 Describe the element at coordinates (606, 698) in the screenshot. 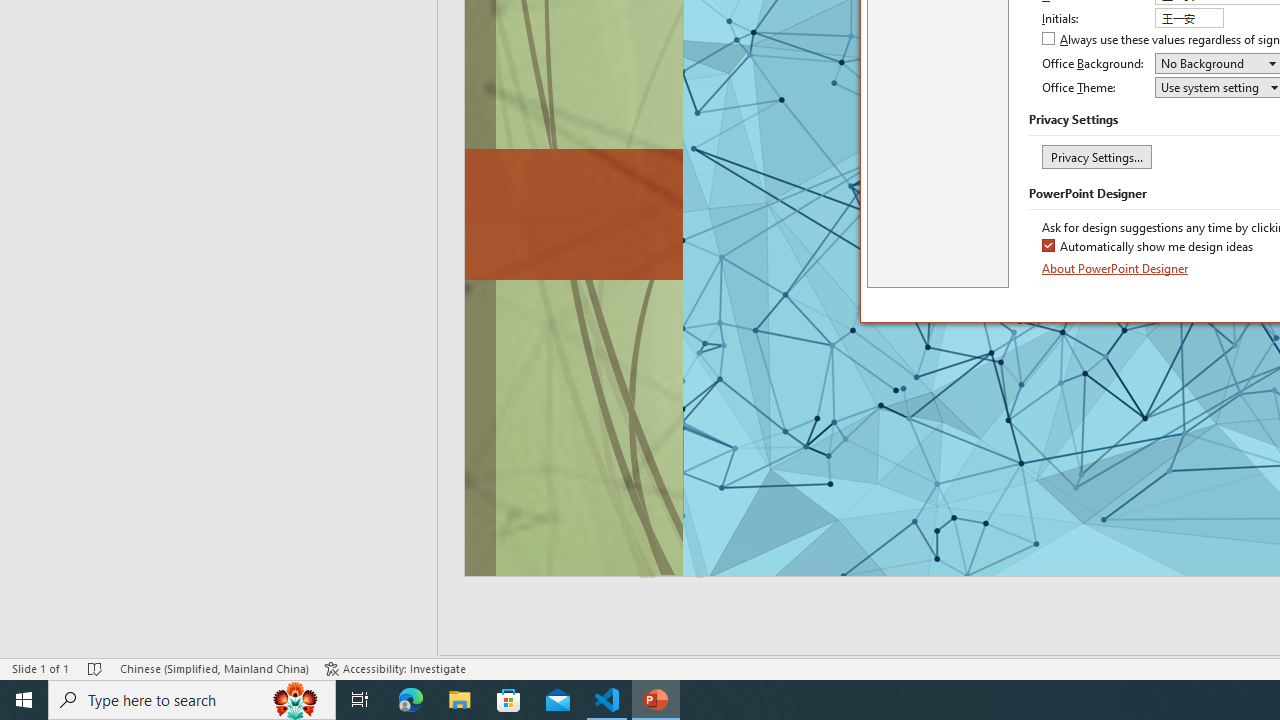

I see `'Visual Studio Code - 1 running window'` at that location.